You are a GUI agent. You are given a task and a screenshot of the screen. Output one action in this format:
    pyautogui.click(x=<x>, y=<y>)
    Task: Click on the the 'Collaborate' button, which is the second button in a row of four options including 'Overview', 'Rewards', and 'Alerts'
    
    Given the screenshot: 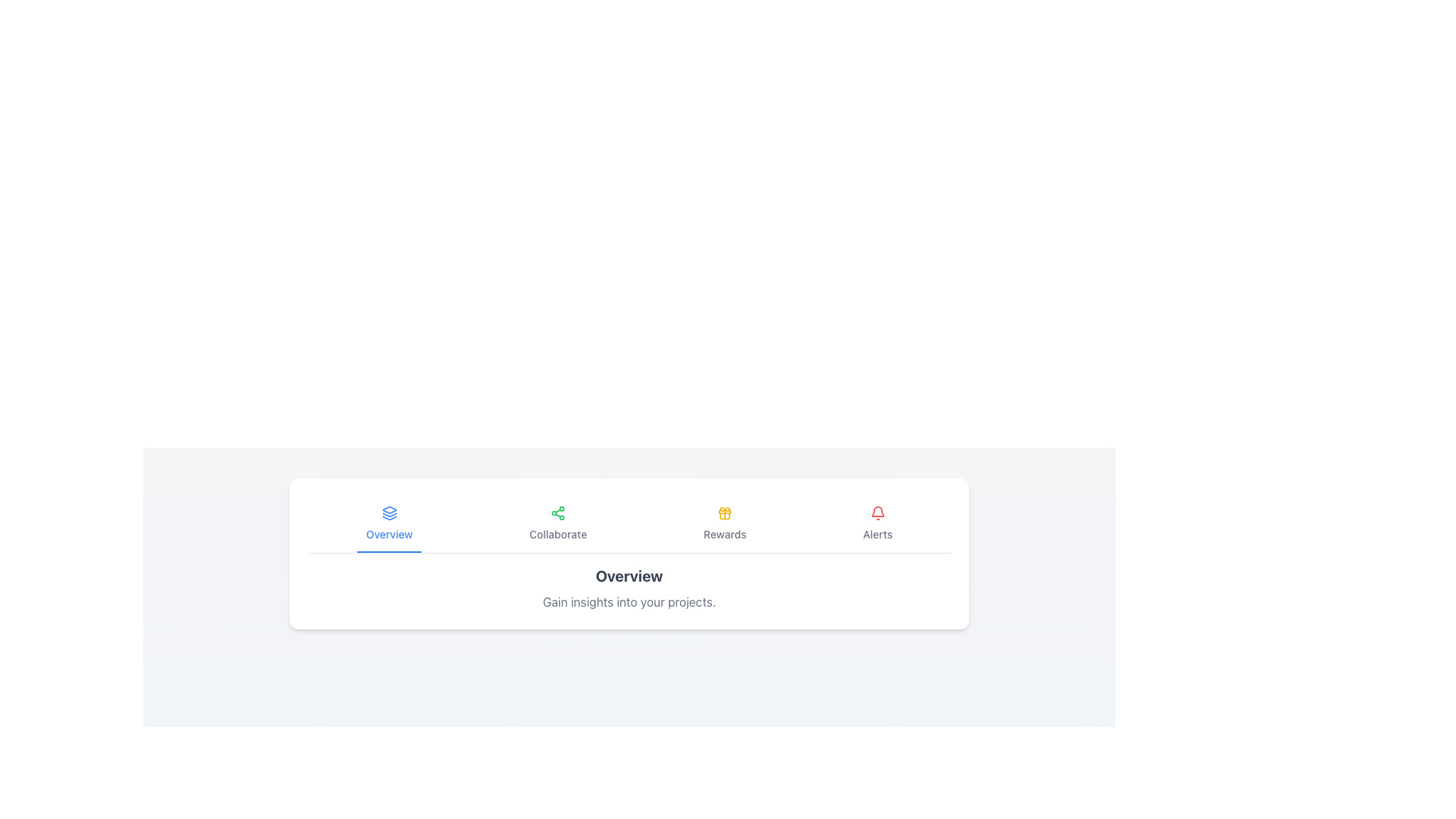 What is the action you would take?
    pyautogui.click(x=557, y=523)
    